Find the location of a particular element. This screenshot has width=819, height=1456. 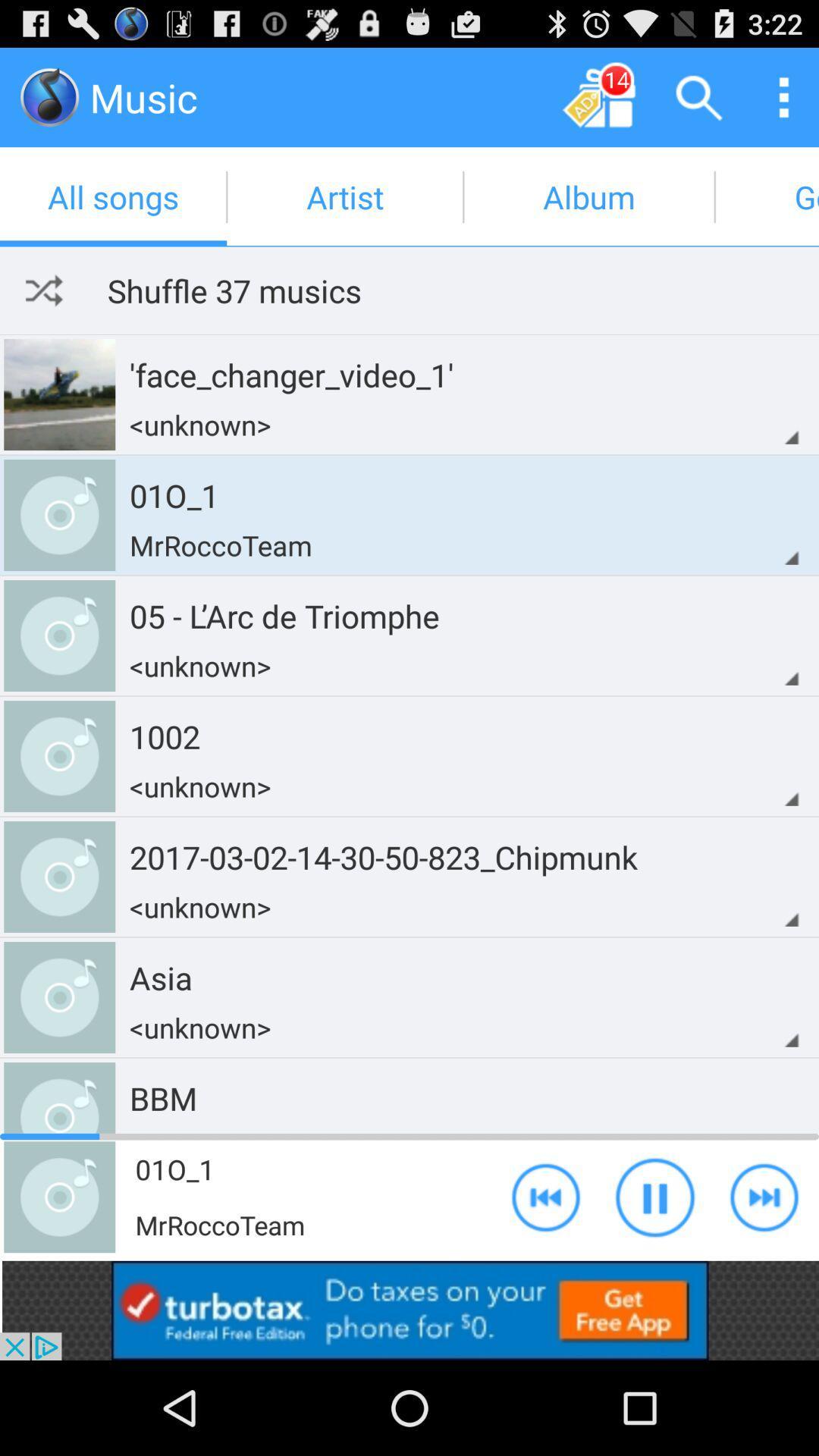

search is located at coordinates (699, 96).